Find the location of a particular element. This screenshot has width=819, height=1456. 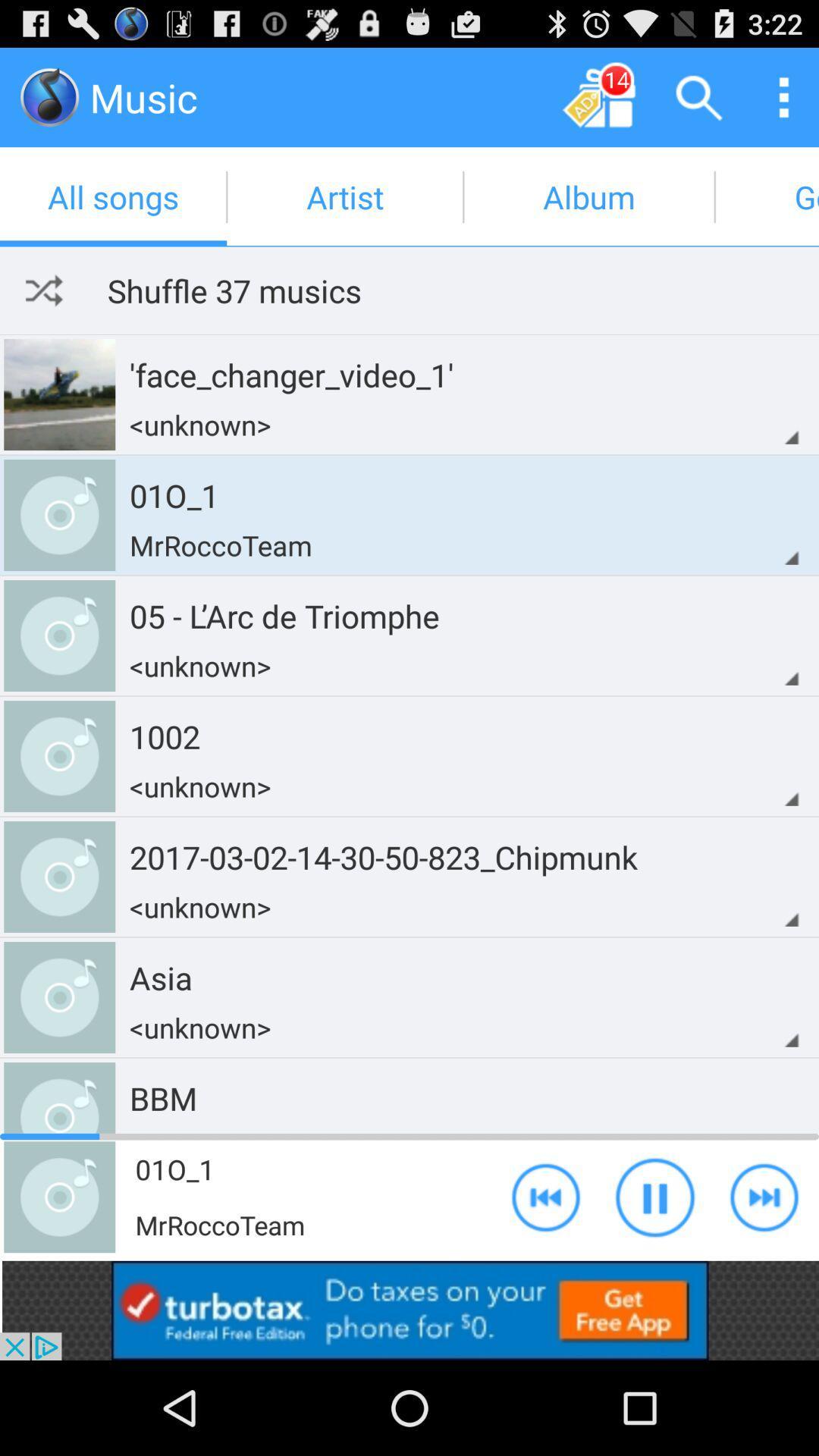

search is located at coordinates (699, 96).